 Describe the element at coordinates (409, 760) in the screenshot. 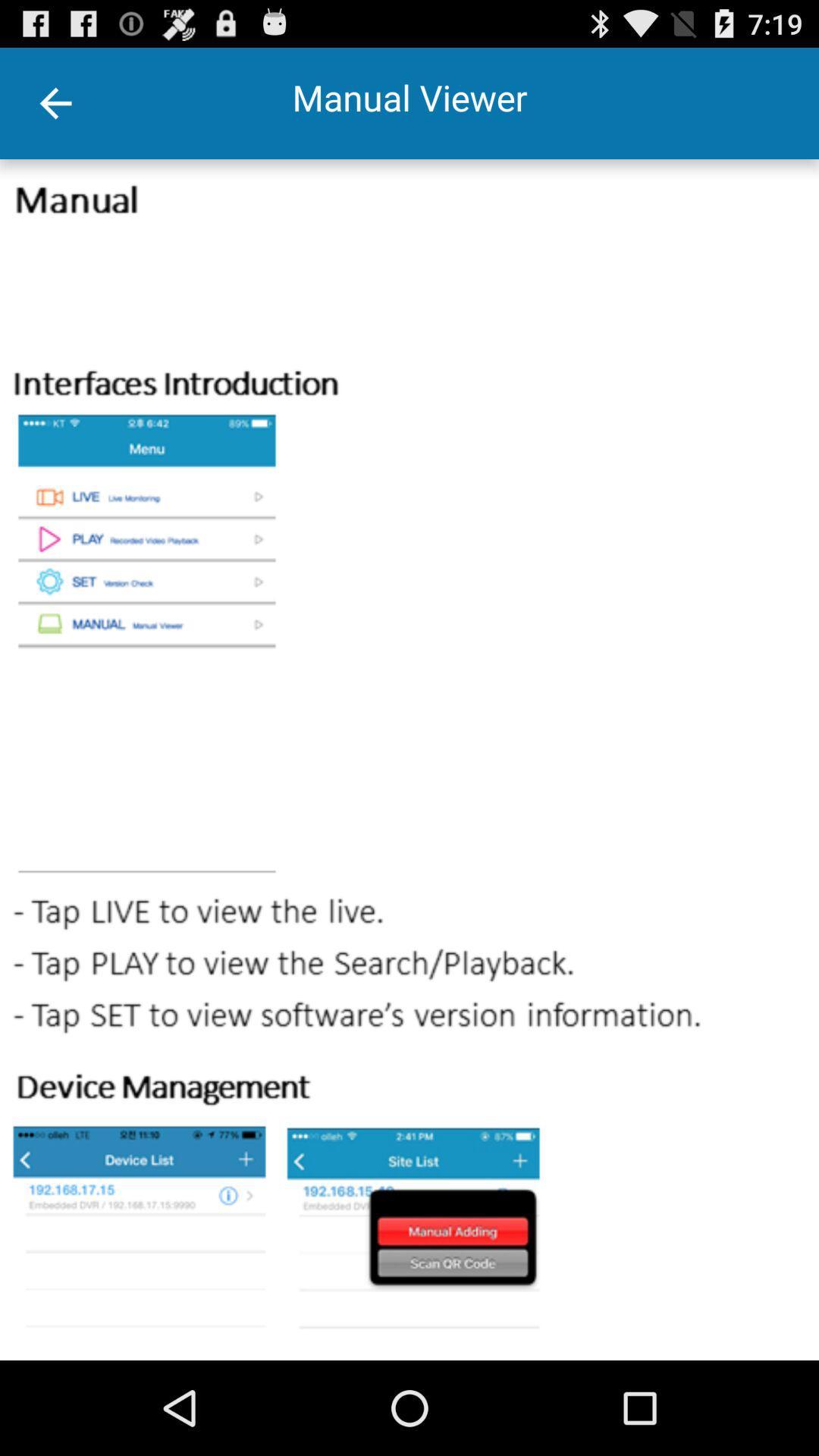

I see `advertisement` at that location.